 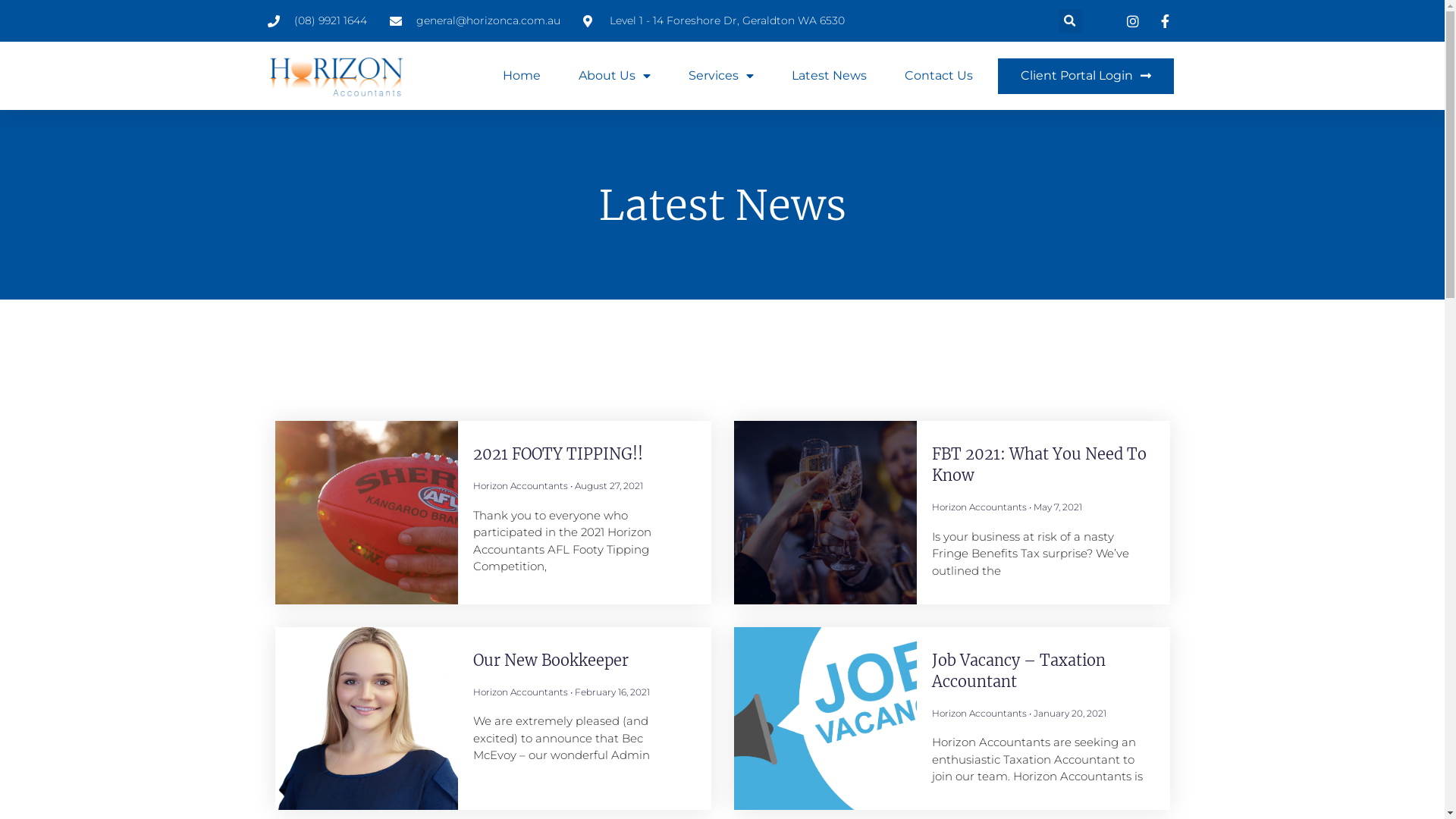 I want to click on 'Our New Bookkeeper', so click(x=550, y=659).